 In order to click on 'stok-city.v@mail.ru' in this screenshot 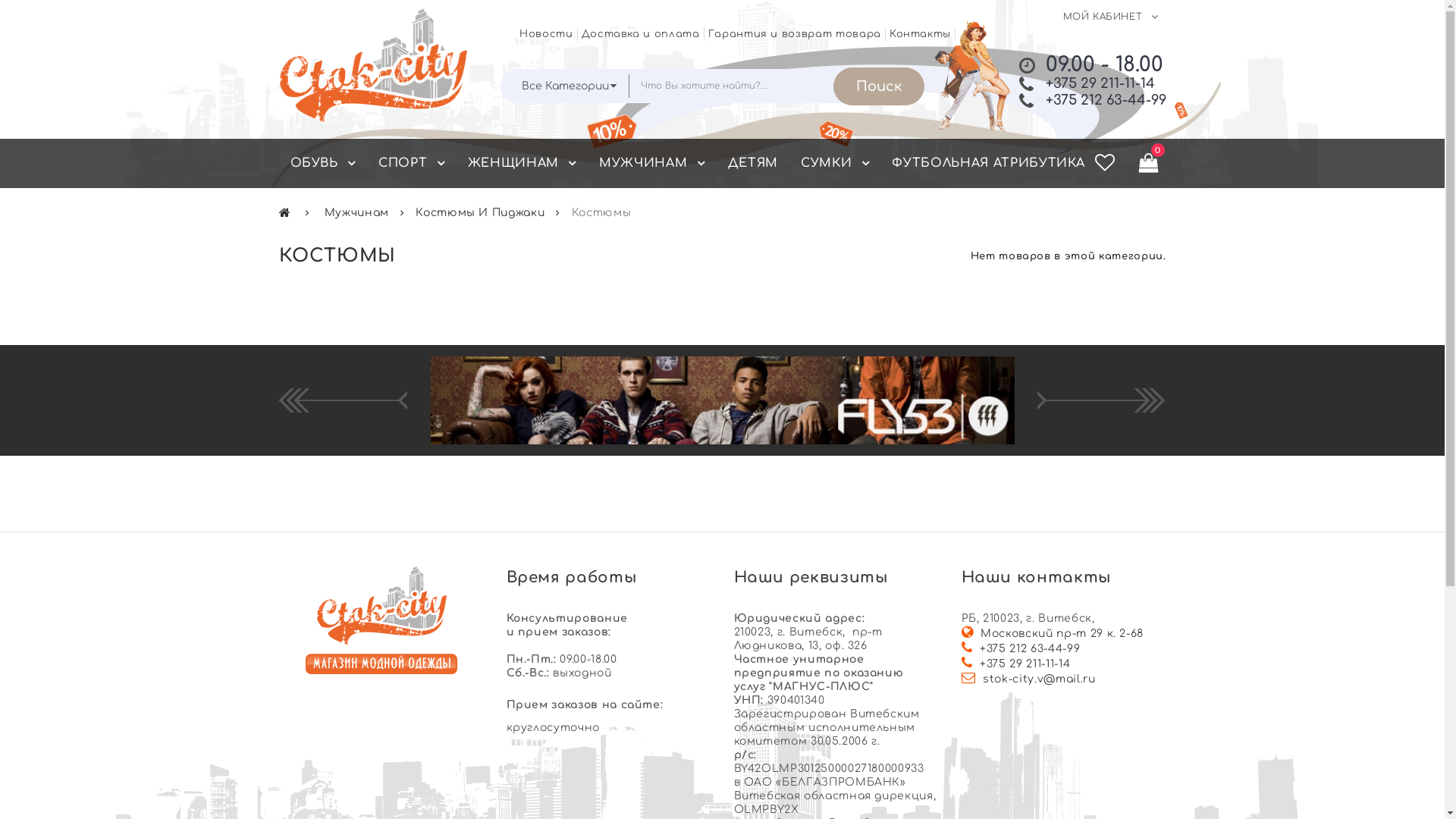, I will do `click(1037, 678)`.